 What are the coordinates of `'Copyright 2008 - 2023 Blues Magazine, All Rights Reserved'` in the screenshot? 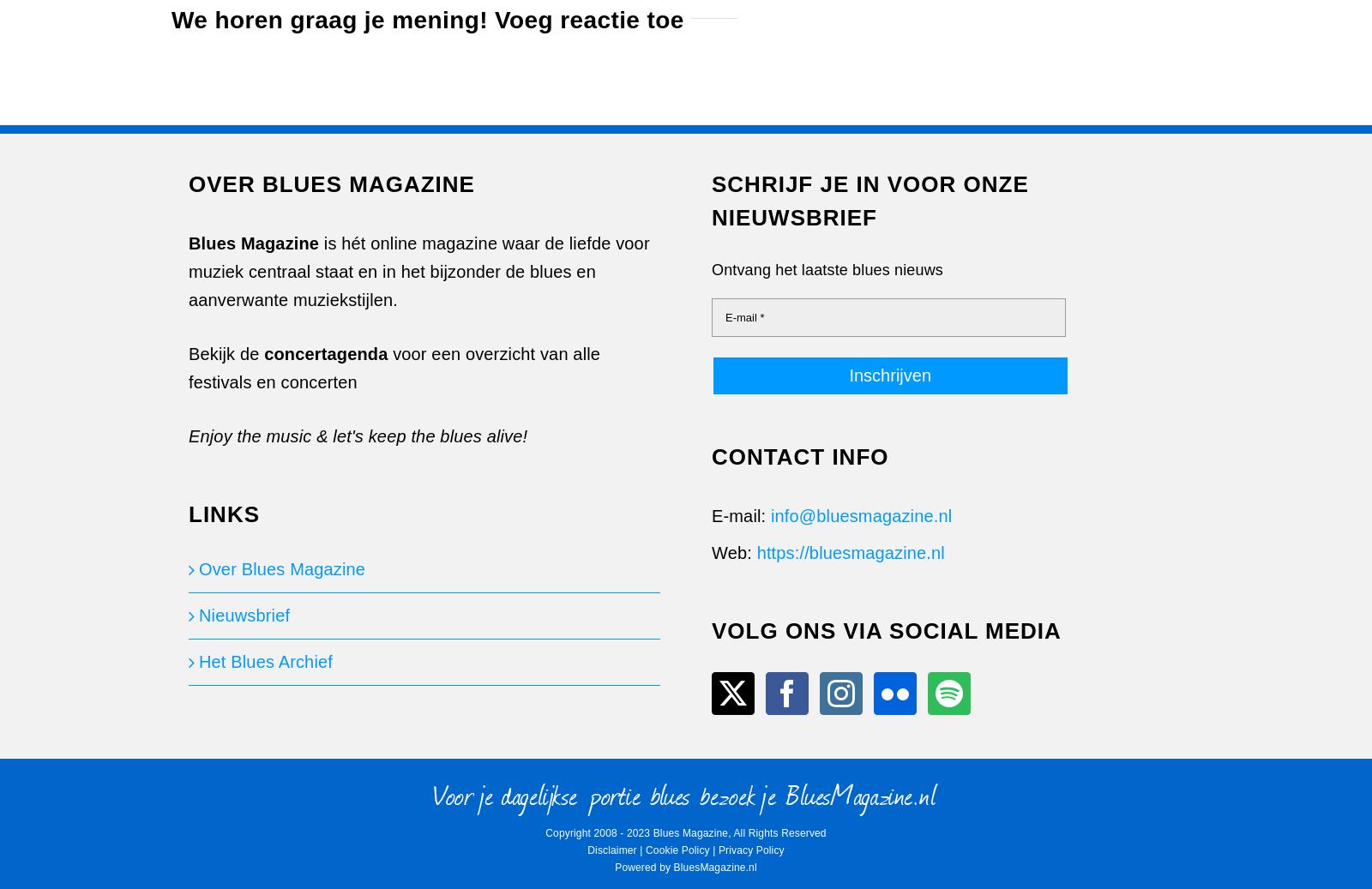 It's located at (685, 832).